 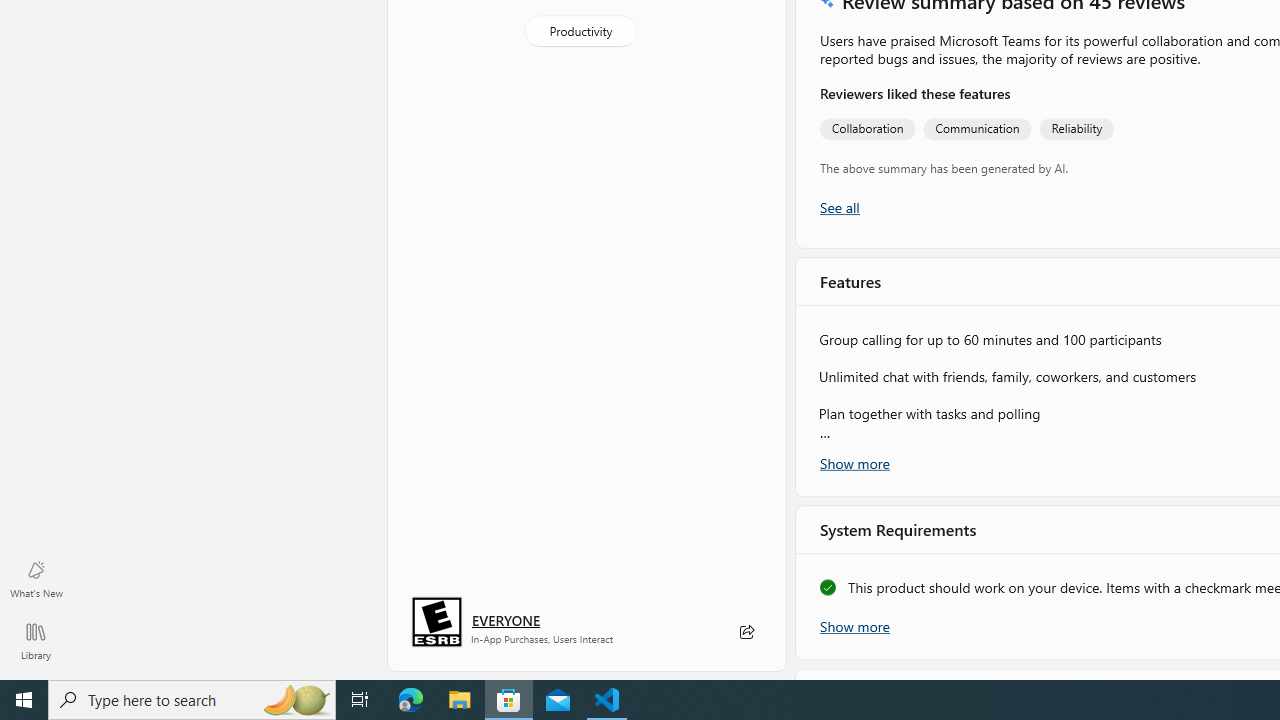 I want to click on 'Show all ratings and reviews', so click(x=839, y=207).